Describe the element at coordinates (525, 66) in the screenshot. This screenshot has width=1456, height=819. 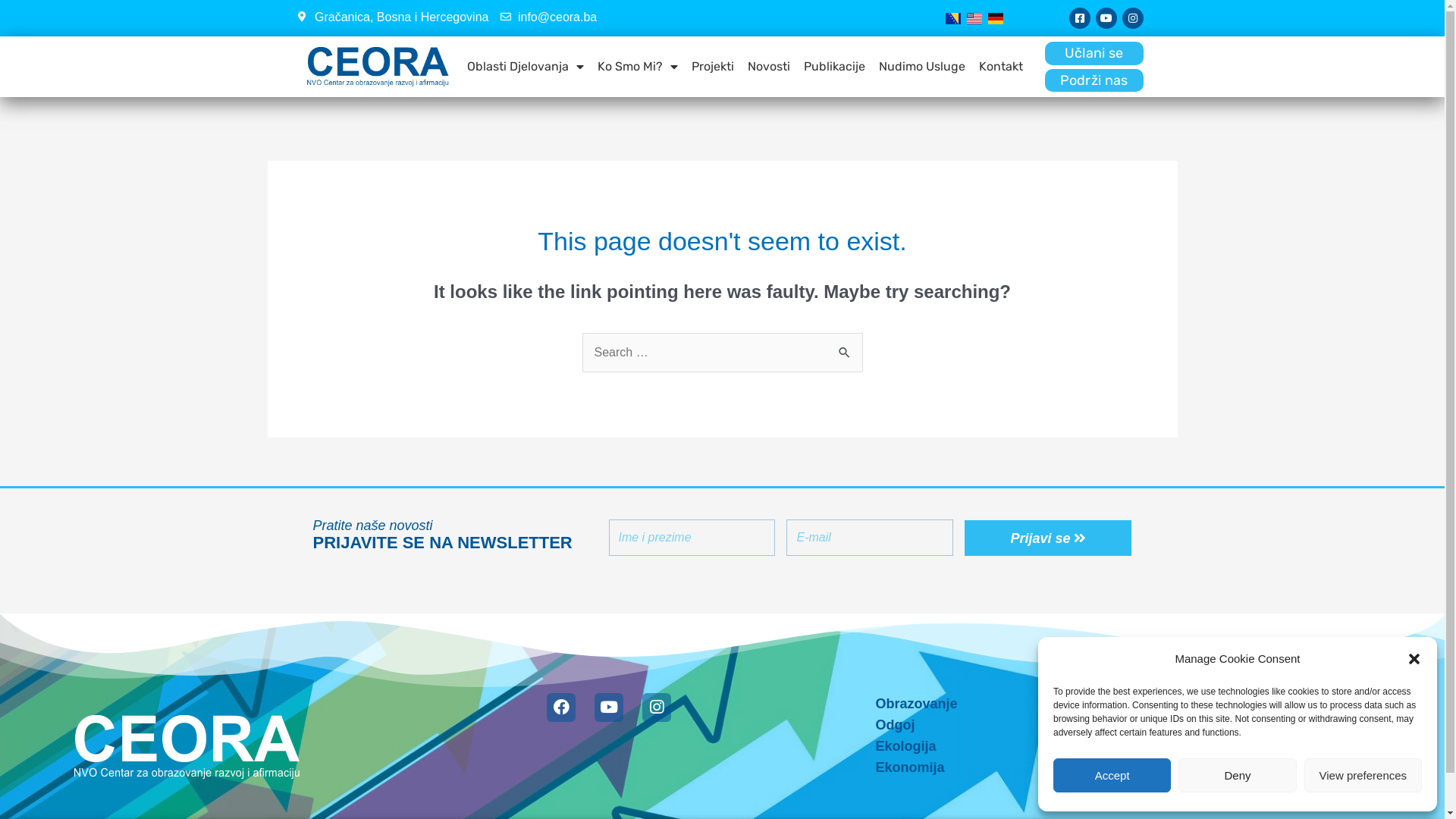
I see `'Oblasti Djelovanja'` at that location.